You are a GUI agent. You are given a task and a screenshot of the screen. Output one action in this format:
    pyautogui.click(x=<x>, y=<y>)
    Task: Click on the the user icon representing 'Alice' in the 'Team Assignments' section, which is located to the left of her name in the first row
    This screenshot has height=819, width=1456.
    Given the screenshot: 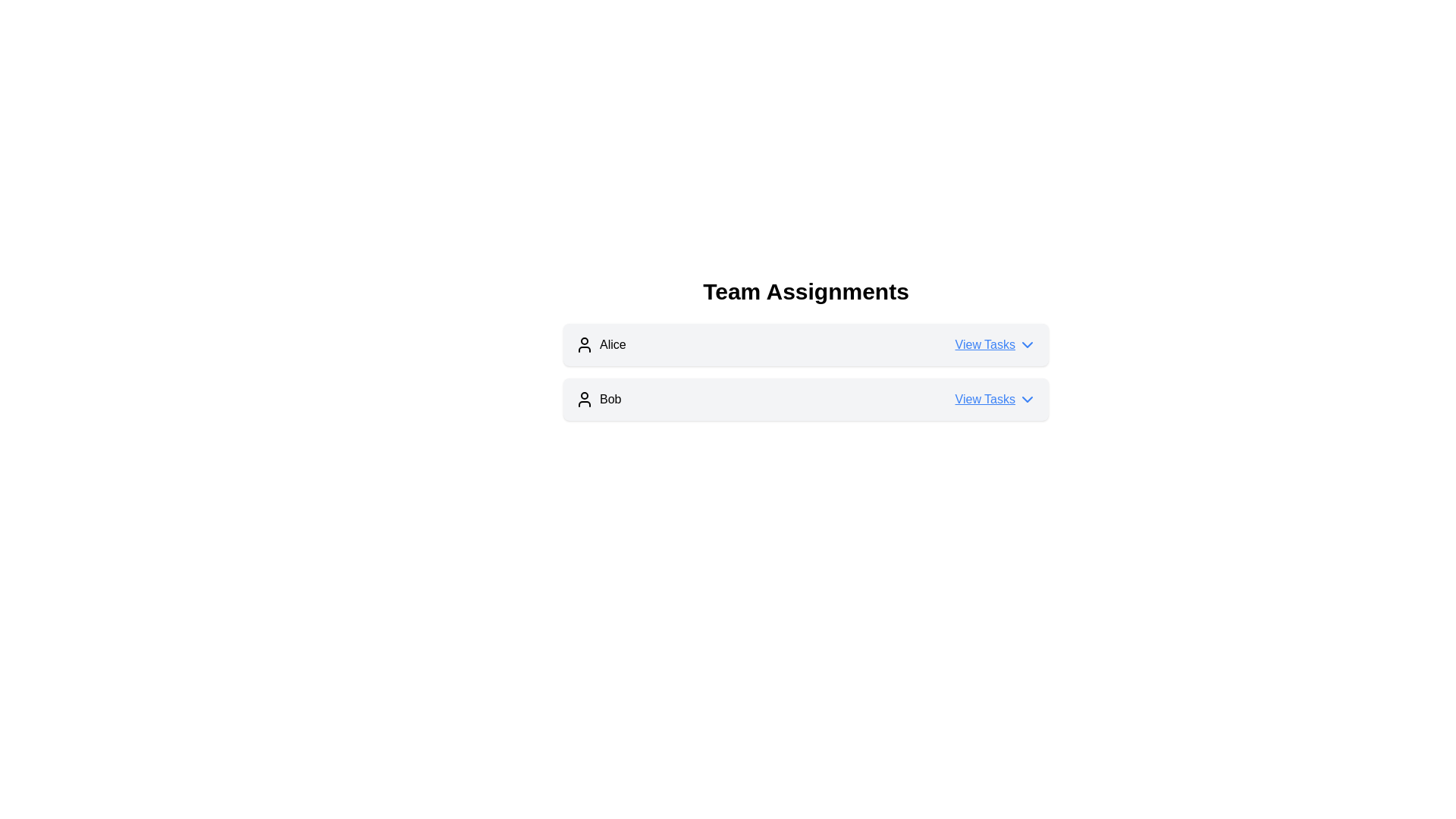 What is the action you would take?
    pyautogui.click(x=584, y=345)
    